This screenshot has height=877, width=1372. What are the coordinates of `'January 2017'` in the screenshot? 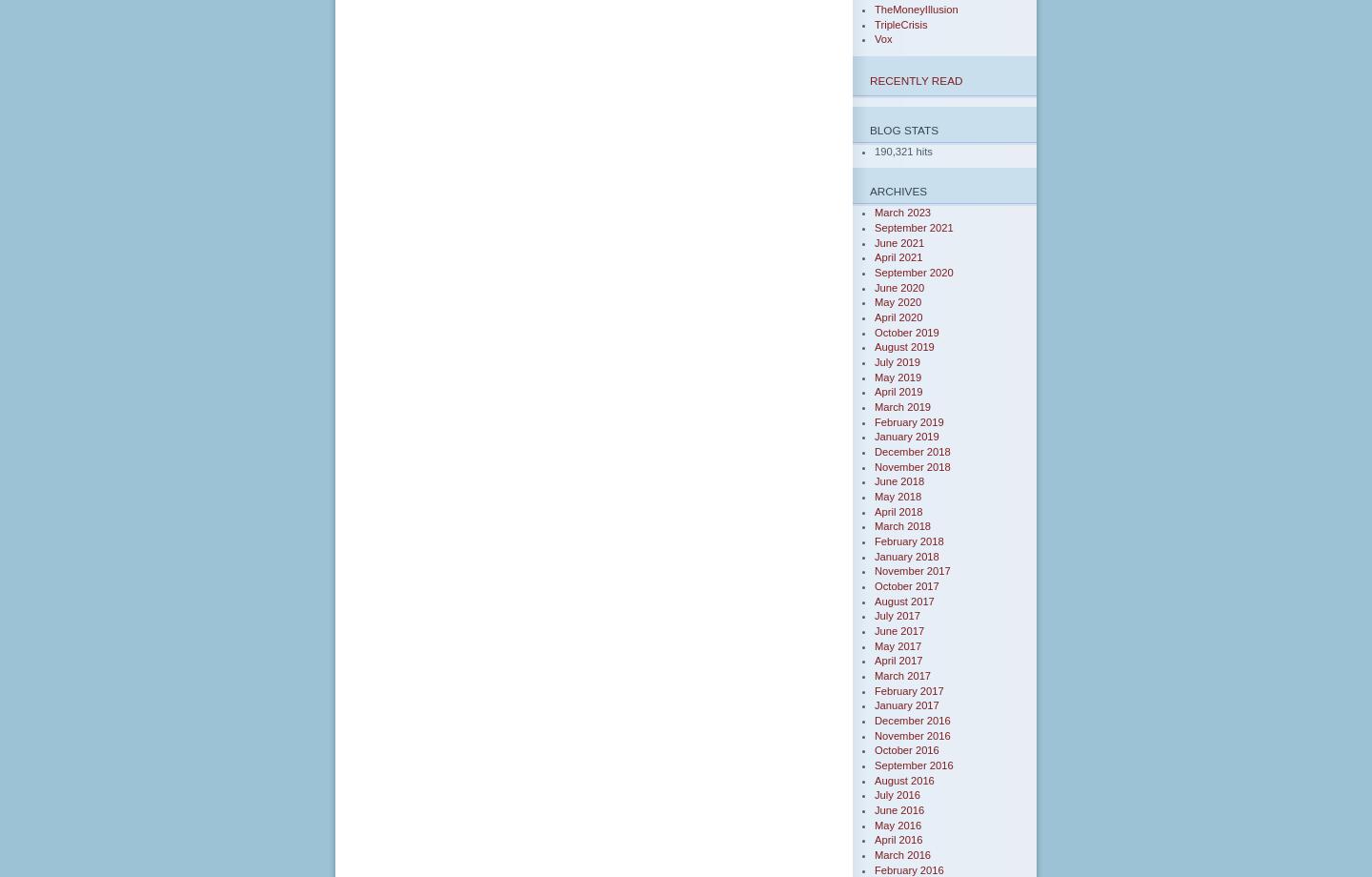 It's located at (906, 704).